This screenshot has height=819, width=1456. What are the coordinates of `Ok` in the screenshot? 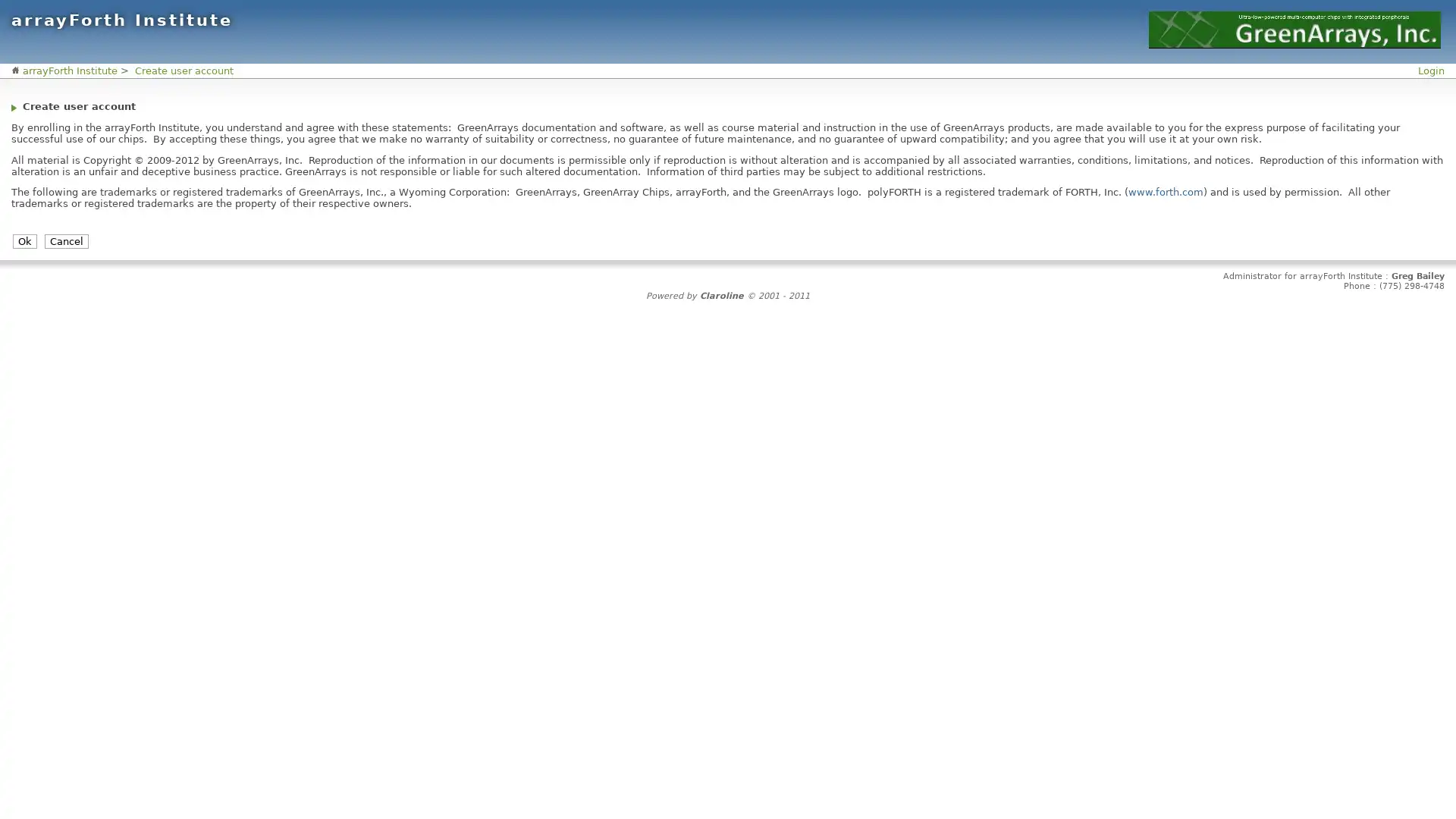 It's located at (25, 240).